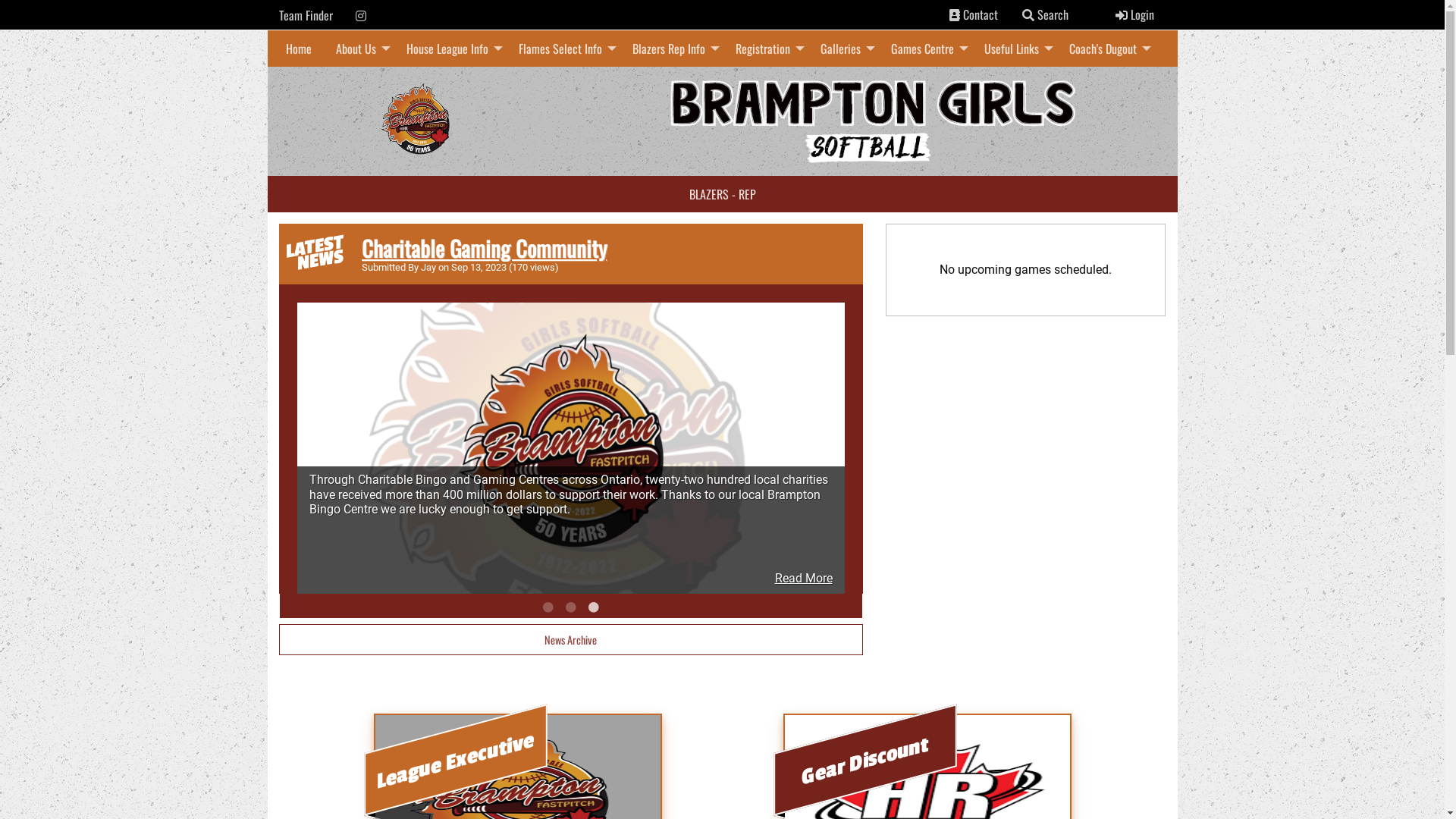 The width and height of the screenshot is (1456, 819). Describe the element at coordinates (620, 48) in the screenshot. I see `'Blazers Rep Info'` at that location.